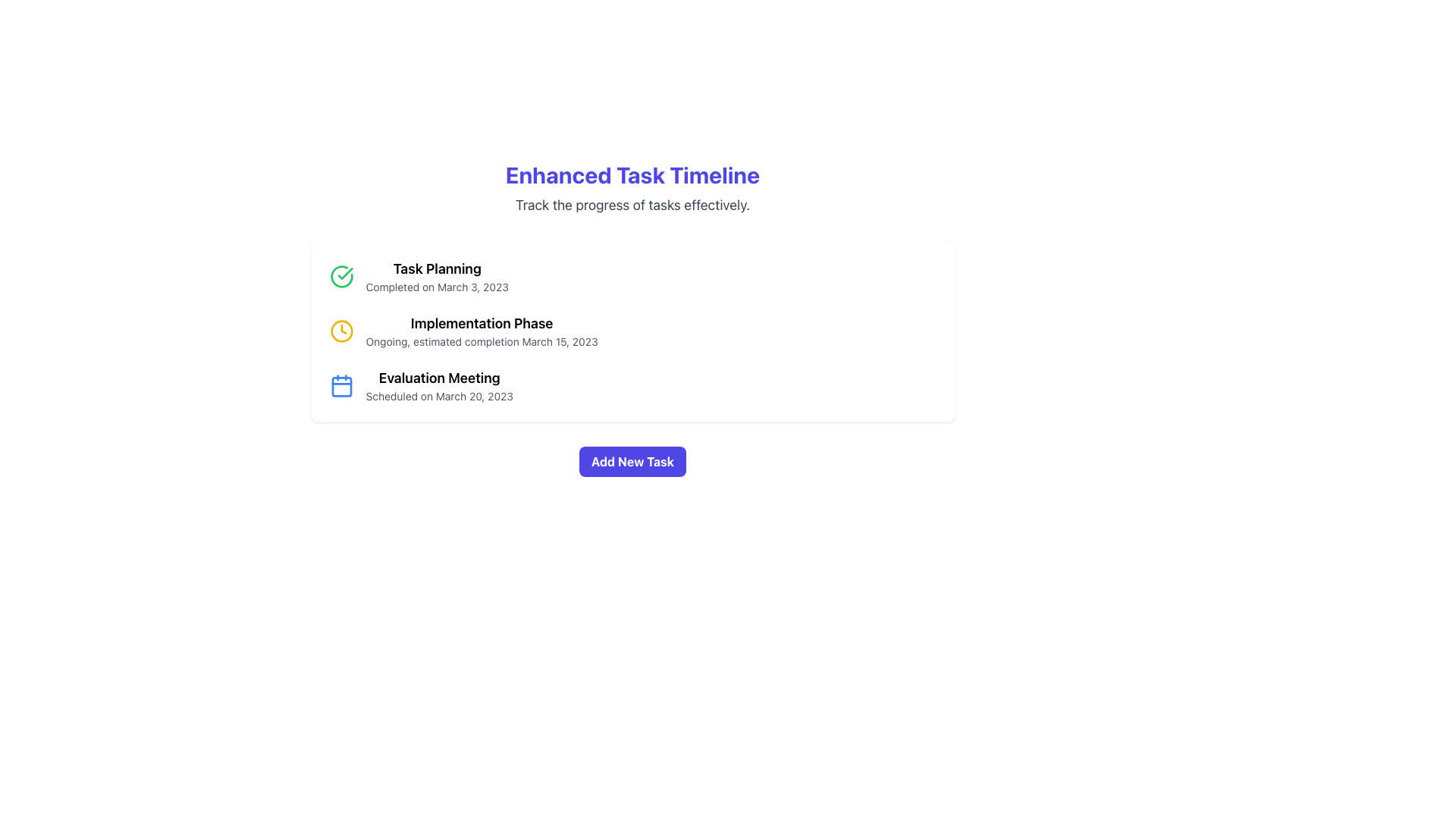  What do you see at coordinates (436, 277) in the screenshot?
I see `text from the 'Task Planning' label, which is the first item in the vertically stacked list of tasks, displaying 'Task Planning' and 'Completed on March 3, 2023'` at bounding box center [436, 277].